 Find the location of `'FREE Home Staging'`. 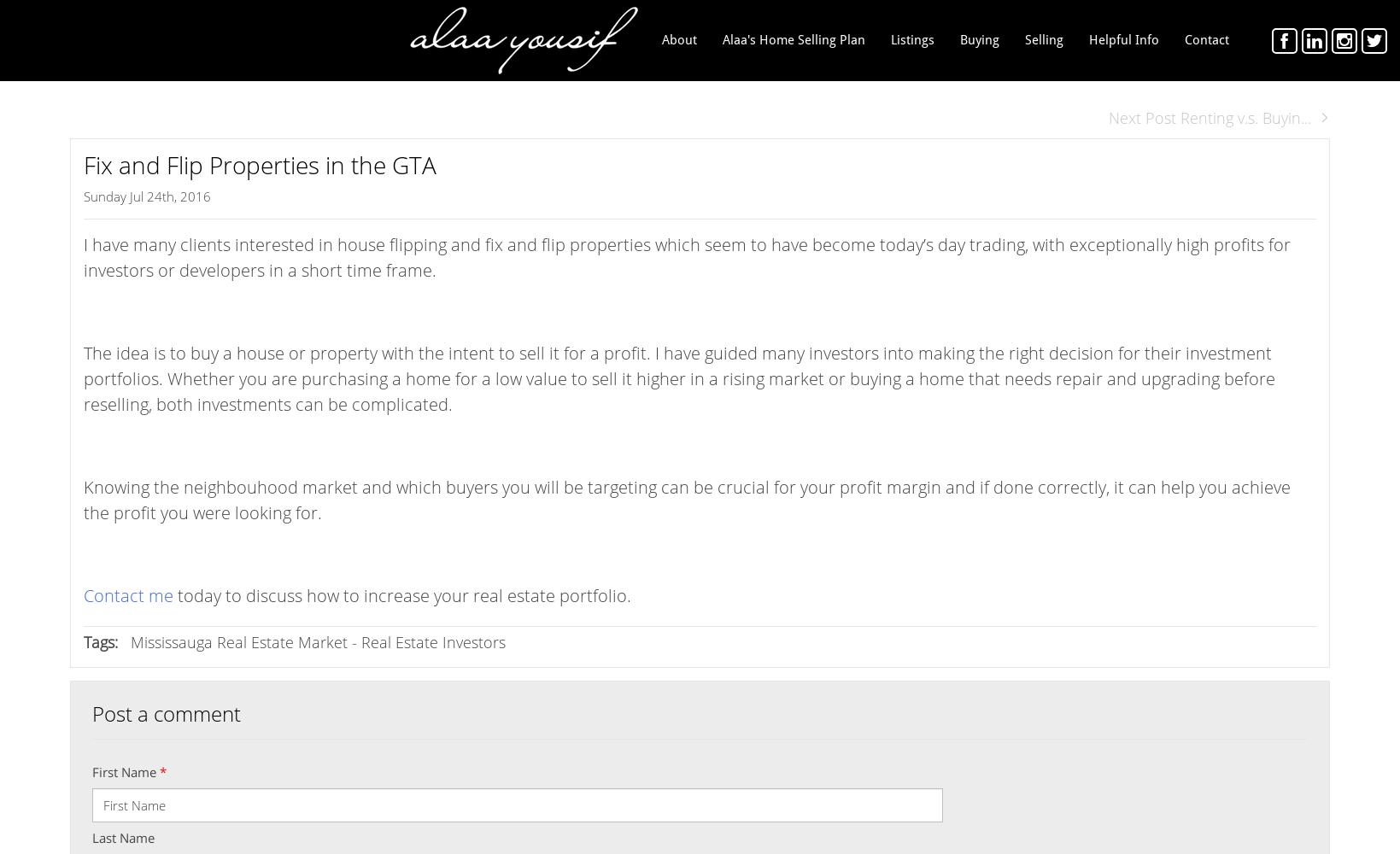

'FREE Home Staging' is located at coordinates (1081, 255).